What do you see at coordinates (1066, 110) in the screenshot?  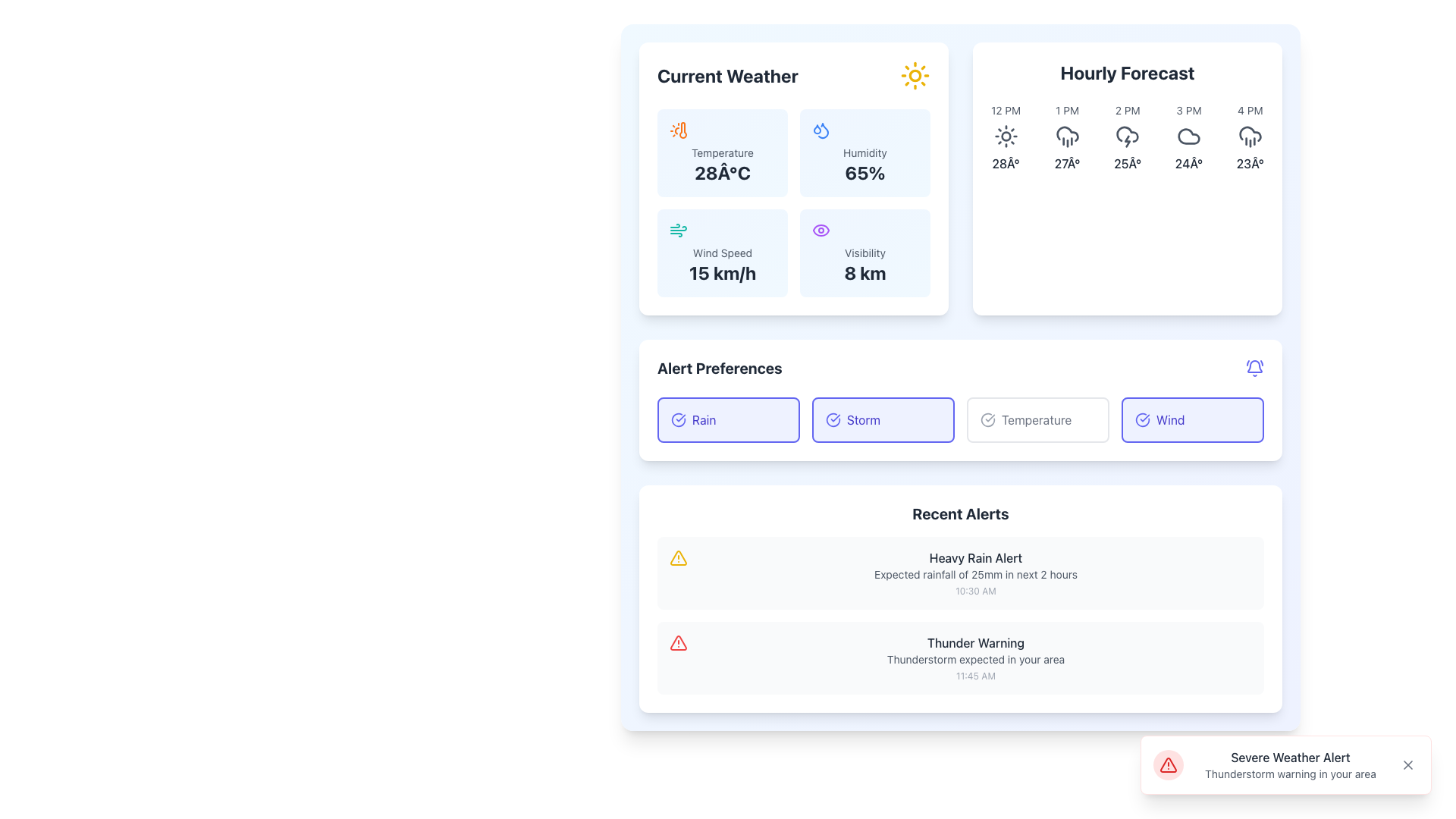 I see `the static text indicating the chronological time for the weather forecast, positioned in the 'Hourly Forecast' section above the '27°' temperature label and under the '1 PM' column header` at bounding box center [1066, 110].